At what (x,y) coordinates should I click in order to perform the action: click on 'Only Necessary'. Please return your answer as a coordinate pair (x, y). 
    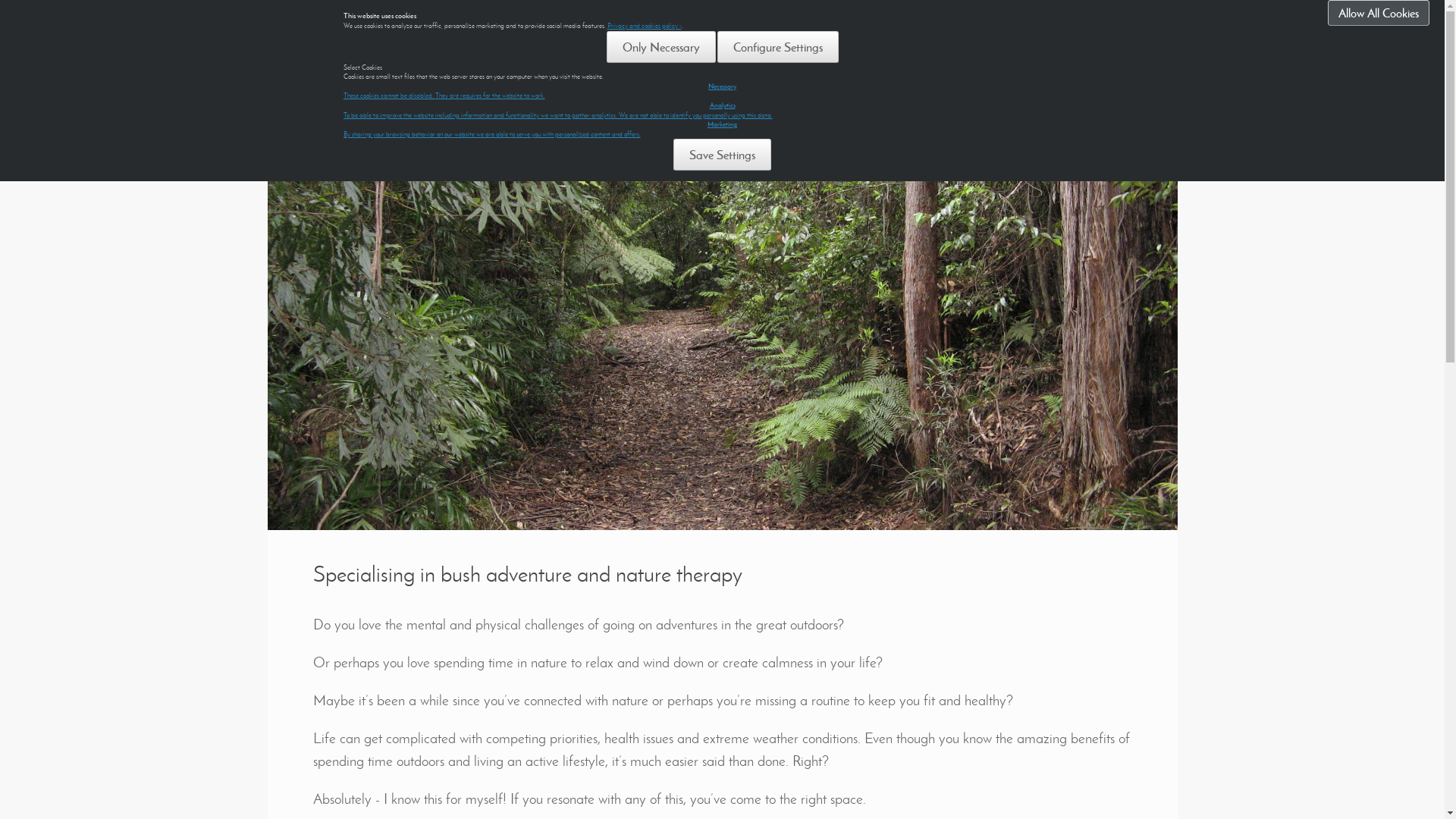
    Looking at the image, I should click on (661, 45).